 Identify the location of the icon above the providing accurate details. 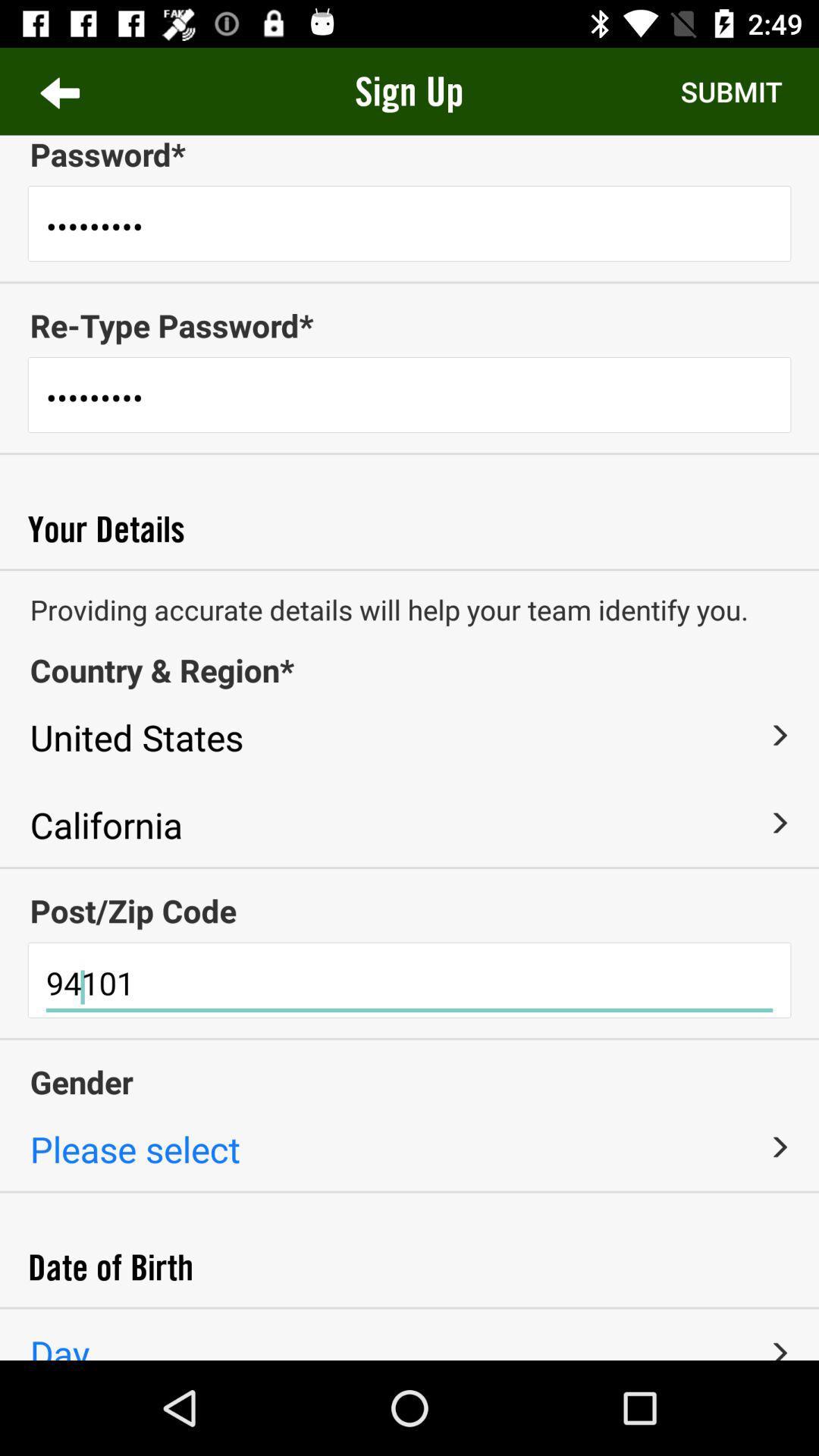
(409, 569).